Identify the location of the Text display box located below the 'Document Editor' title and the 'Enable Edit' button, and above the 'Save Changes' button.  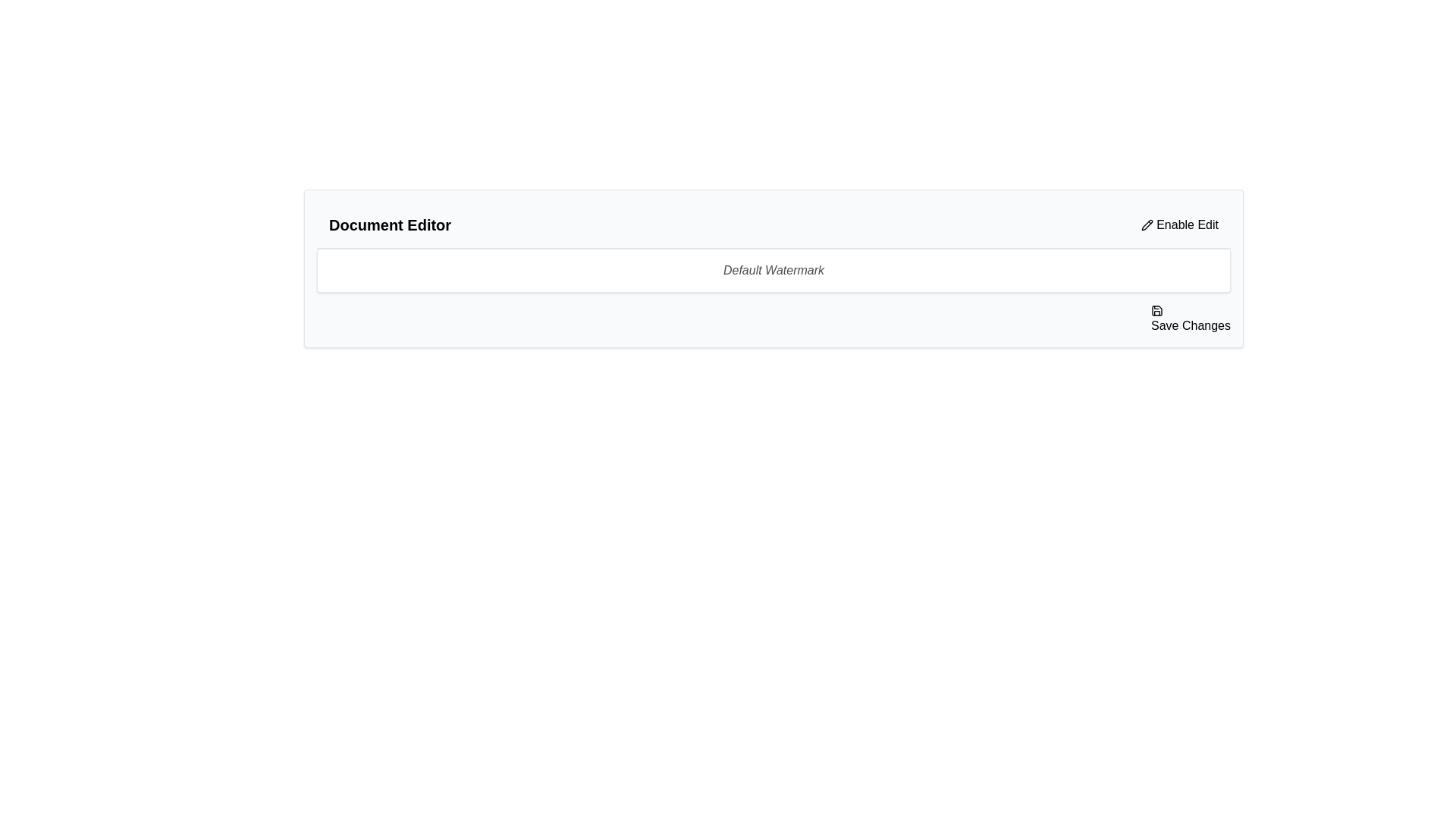
(773, 270).